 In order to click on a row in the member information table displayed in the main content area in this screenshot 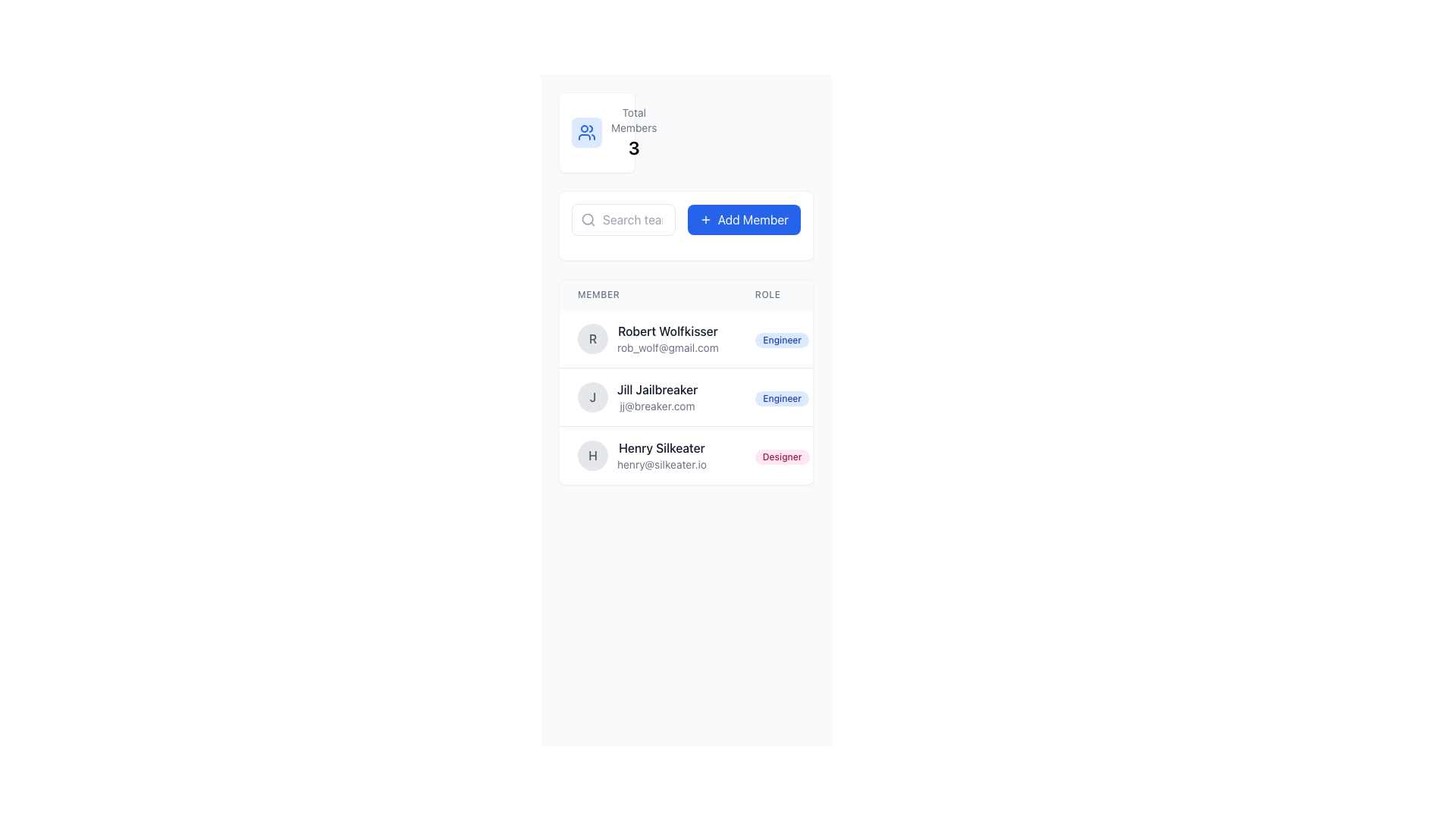, I will do `click(827, 381)`.